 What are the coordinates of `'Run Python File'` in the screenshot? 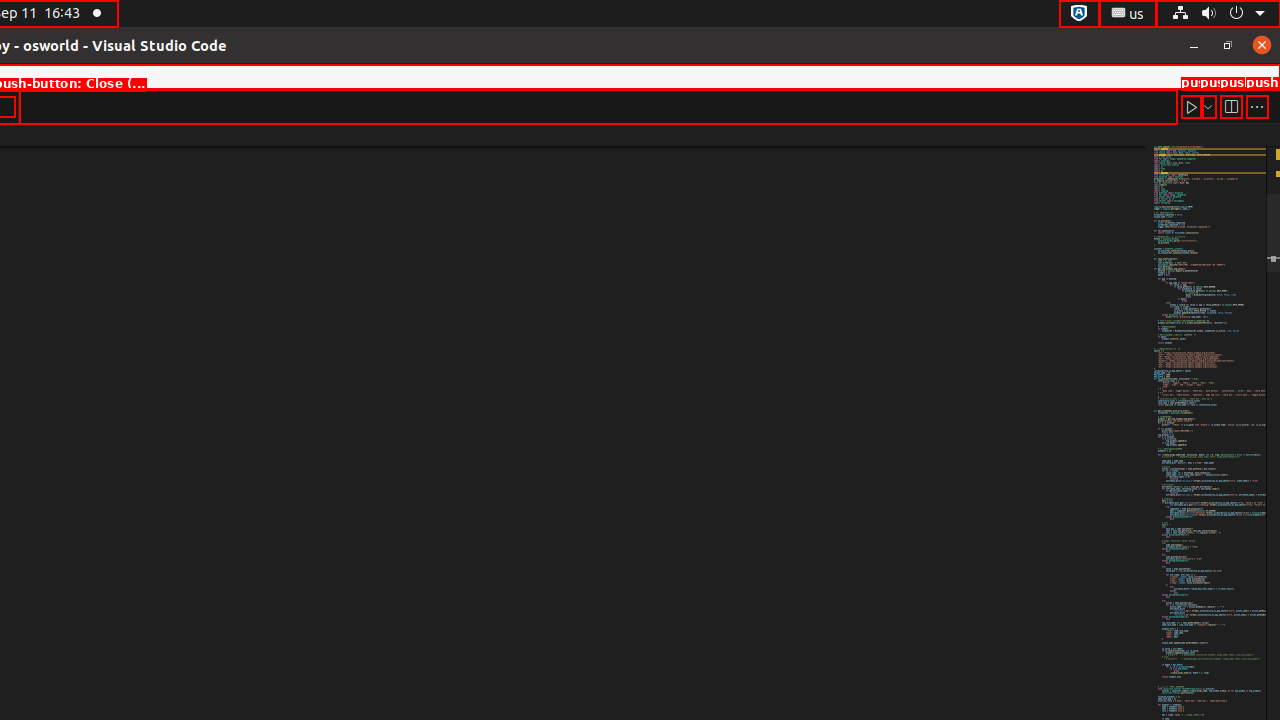 It's located at (1191, 106).